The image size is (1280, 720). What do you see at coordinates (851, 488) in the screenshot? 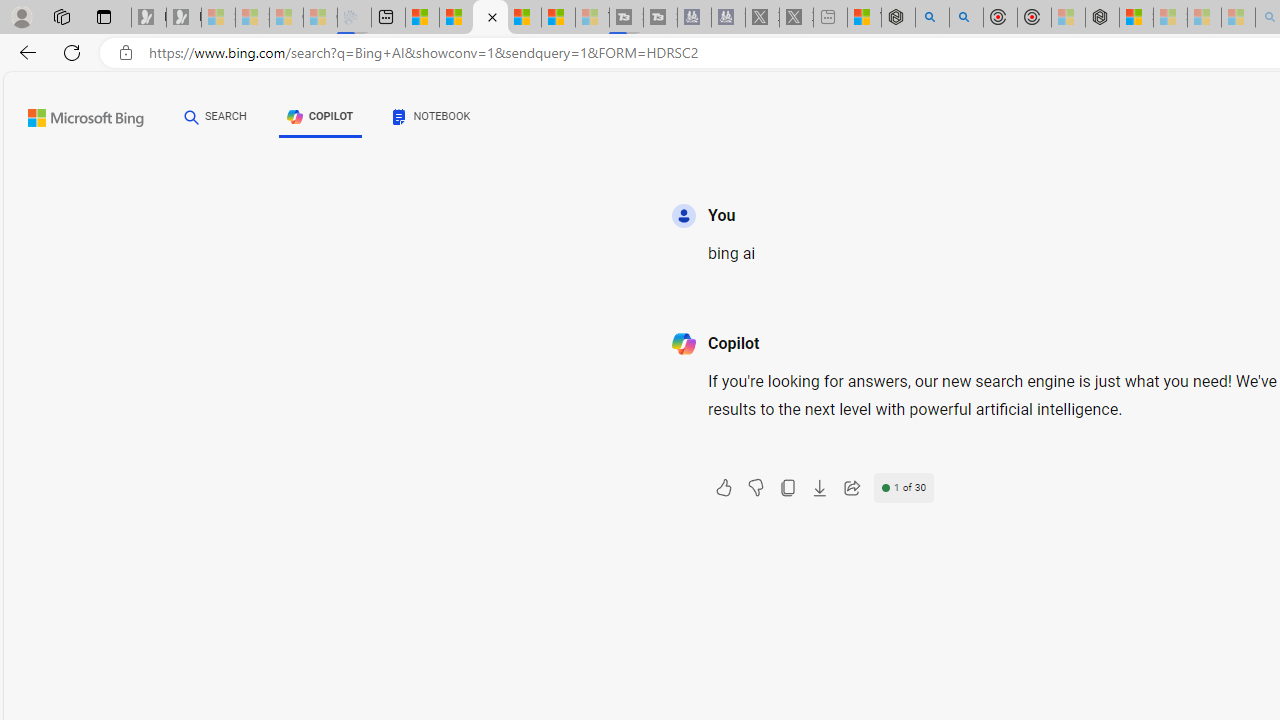
I see `'Share'` at bounding box center [851, 488].